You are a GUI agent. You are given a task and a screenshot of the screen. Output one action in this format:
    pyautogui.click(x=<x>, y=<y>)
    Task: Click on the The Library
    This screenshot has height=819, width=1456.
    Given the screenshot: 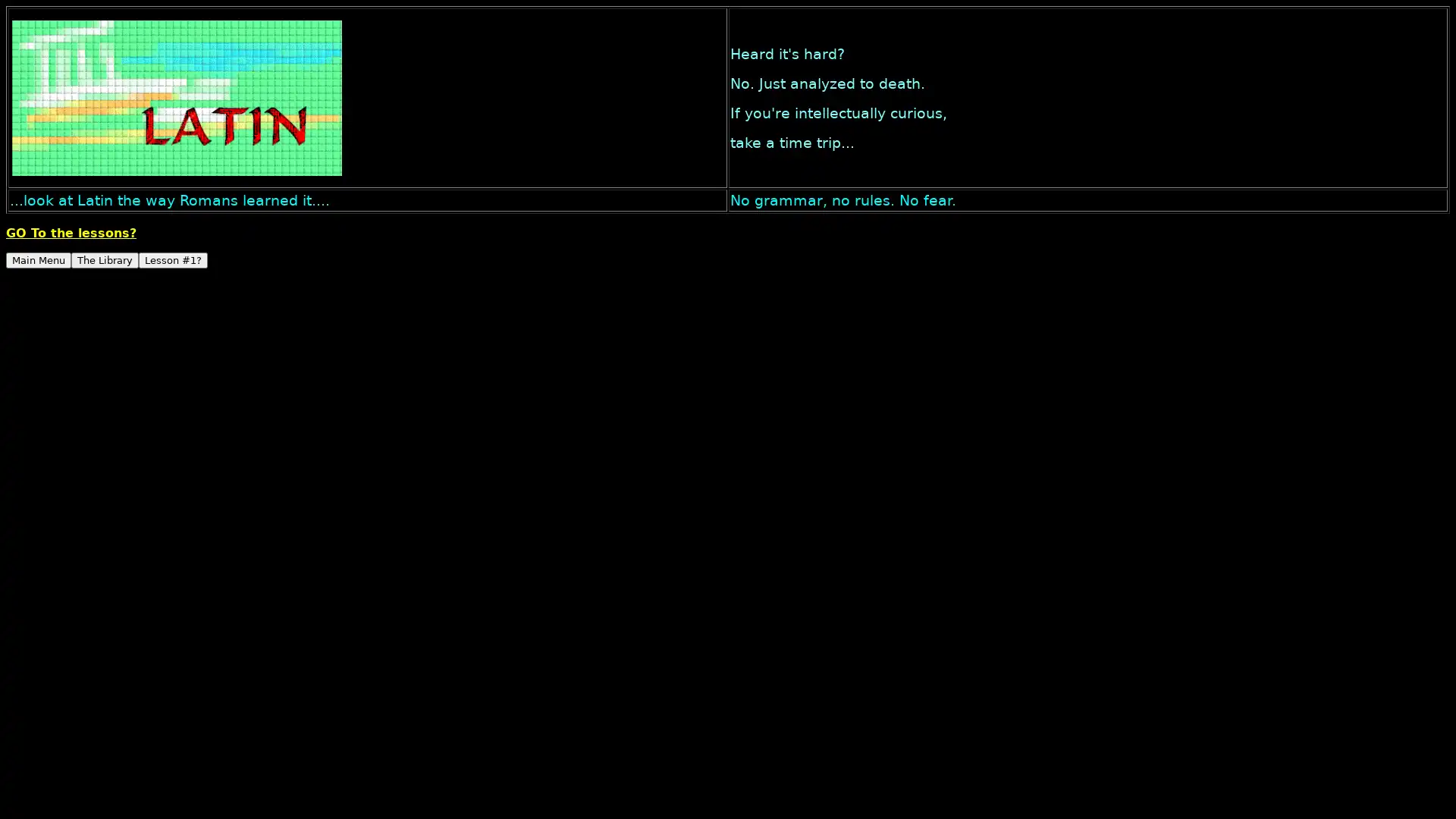 What is the action you would take?
    pyautogui.click(x=104, y=259)
    